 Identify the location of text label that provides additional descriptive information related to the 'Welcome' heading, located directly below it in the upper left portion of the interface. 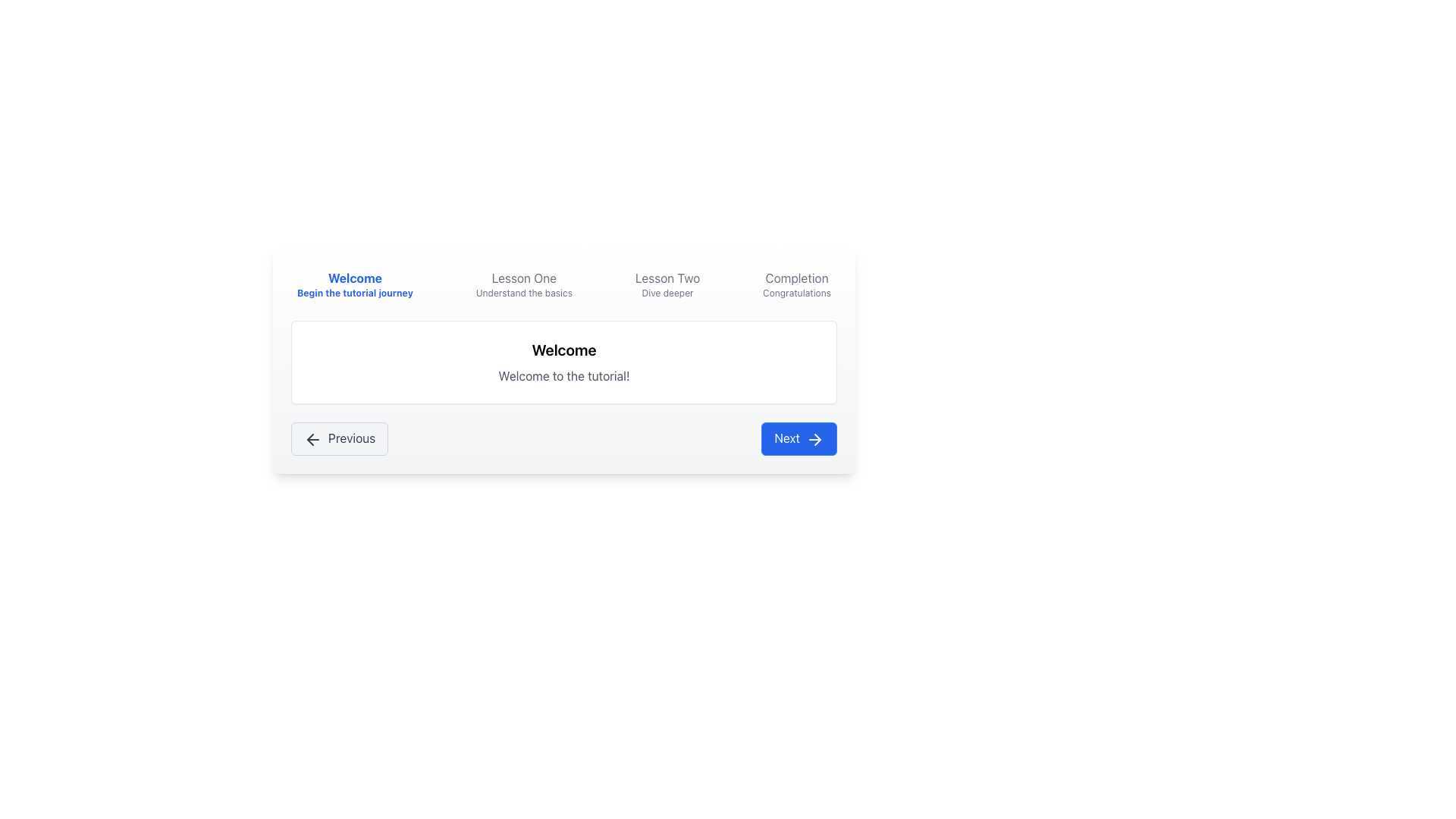
(354, 293).